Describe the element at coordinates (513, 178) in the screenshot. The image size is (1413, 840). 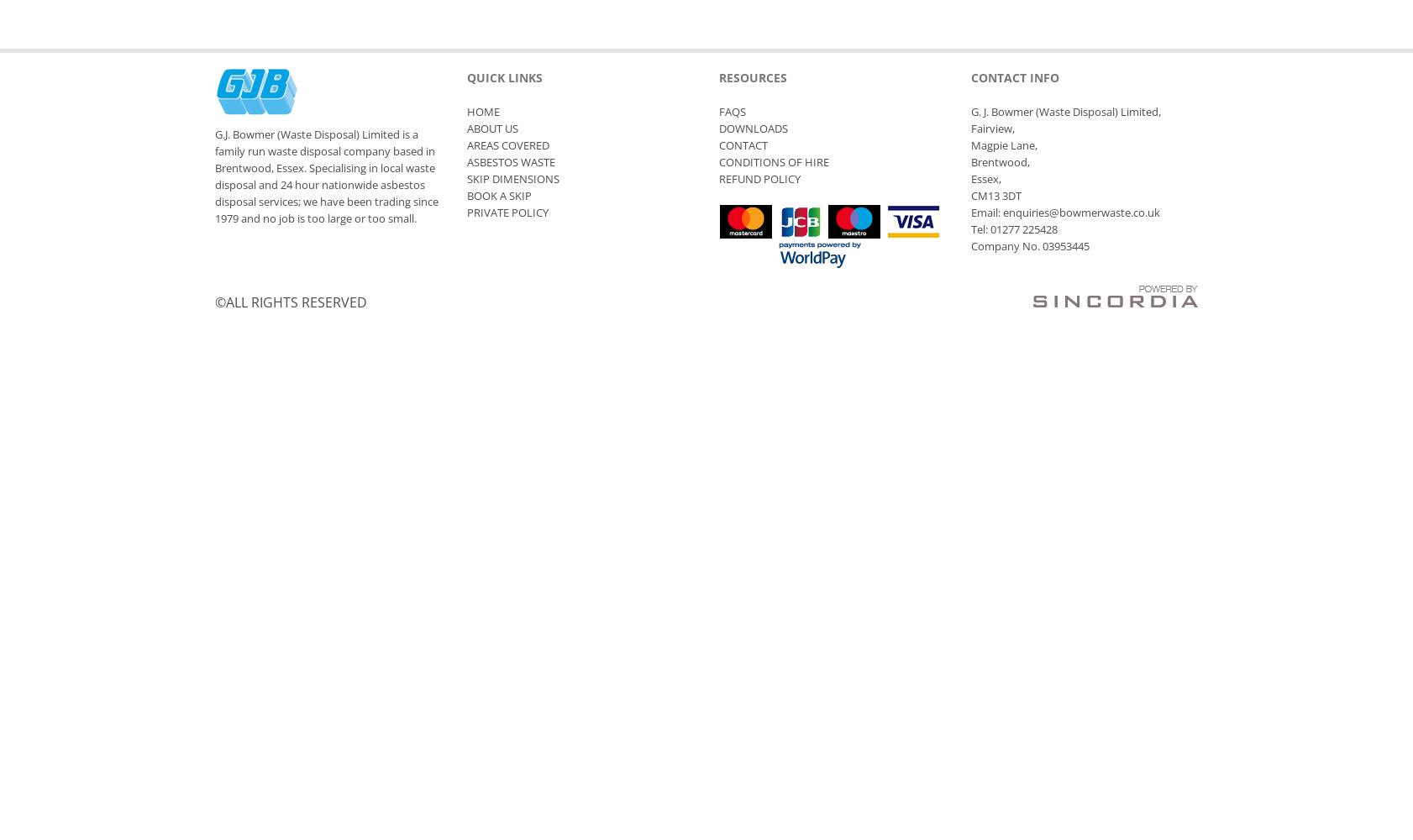
I see `'SKIP DIMENSIONS'` at that location.